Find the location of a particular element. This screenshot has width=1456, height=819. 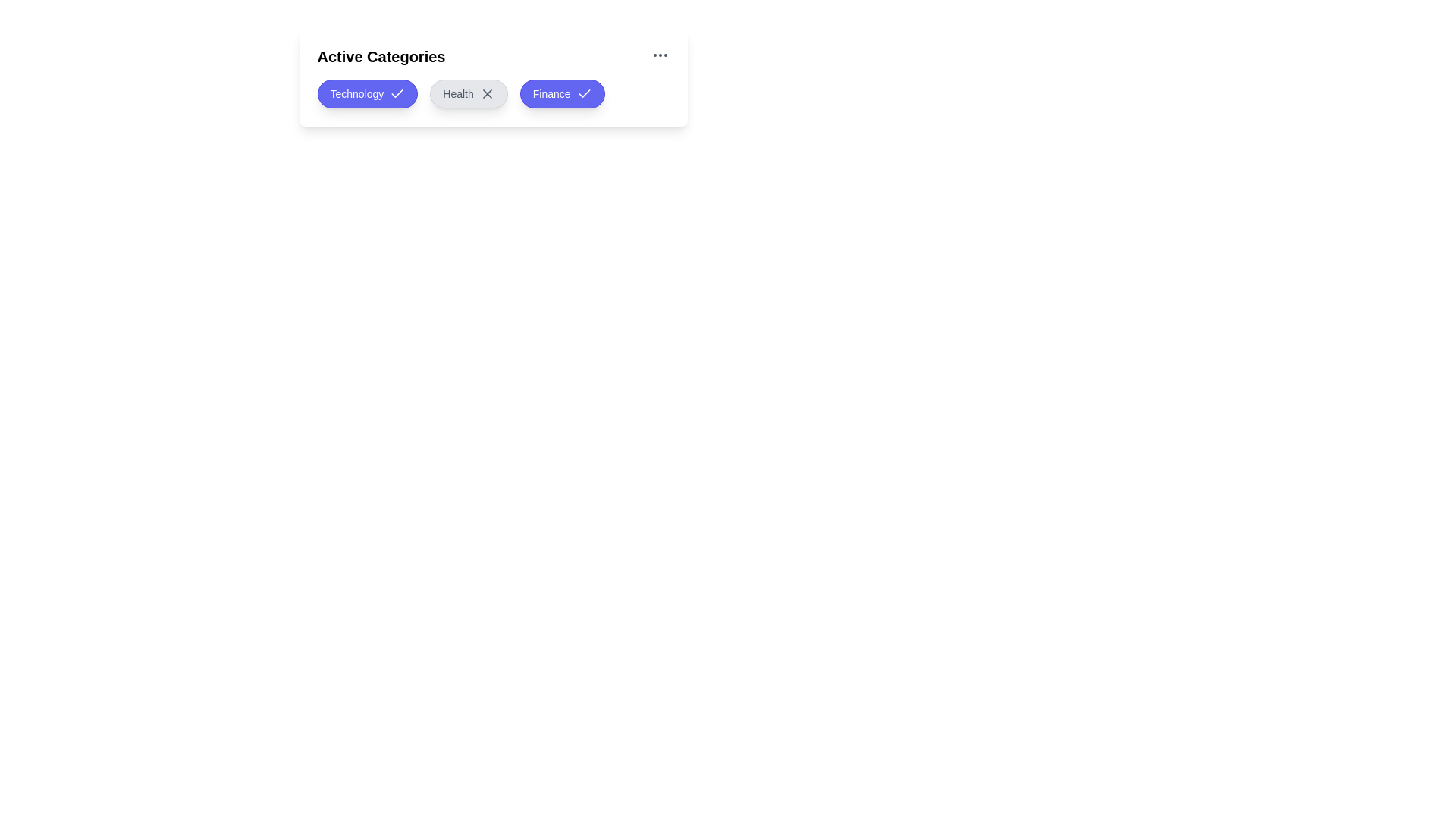

the center of the header text 'Active Categories' is located at coordinates (493, 55).